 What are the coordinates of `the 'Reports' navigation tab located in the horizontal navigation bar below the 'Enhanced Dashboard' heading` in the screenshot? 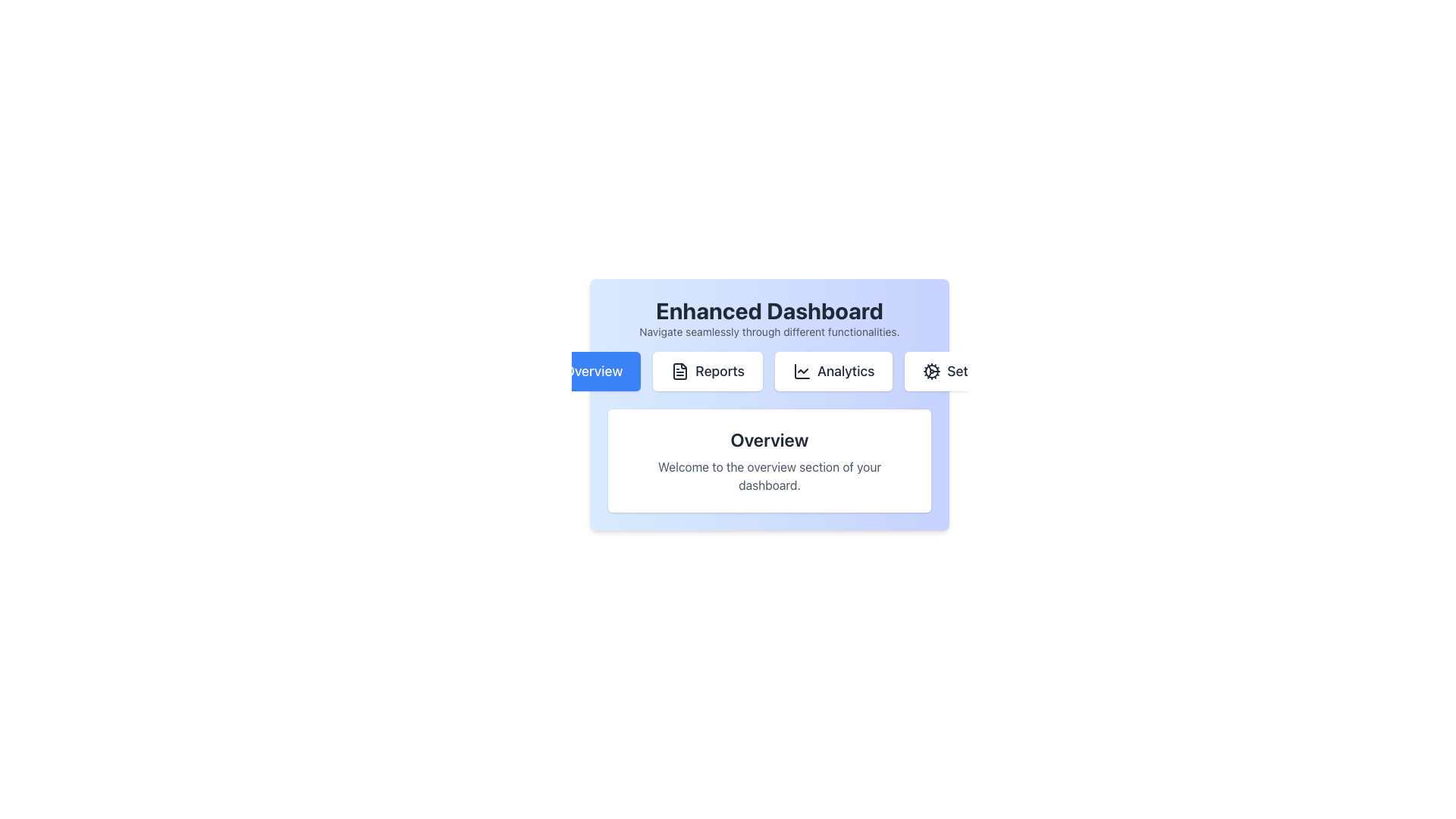 It's located at (719, 371).